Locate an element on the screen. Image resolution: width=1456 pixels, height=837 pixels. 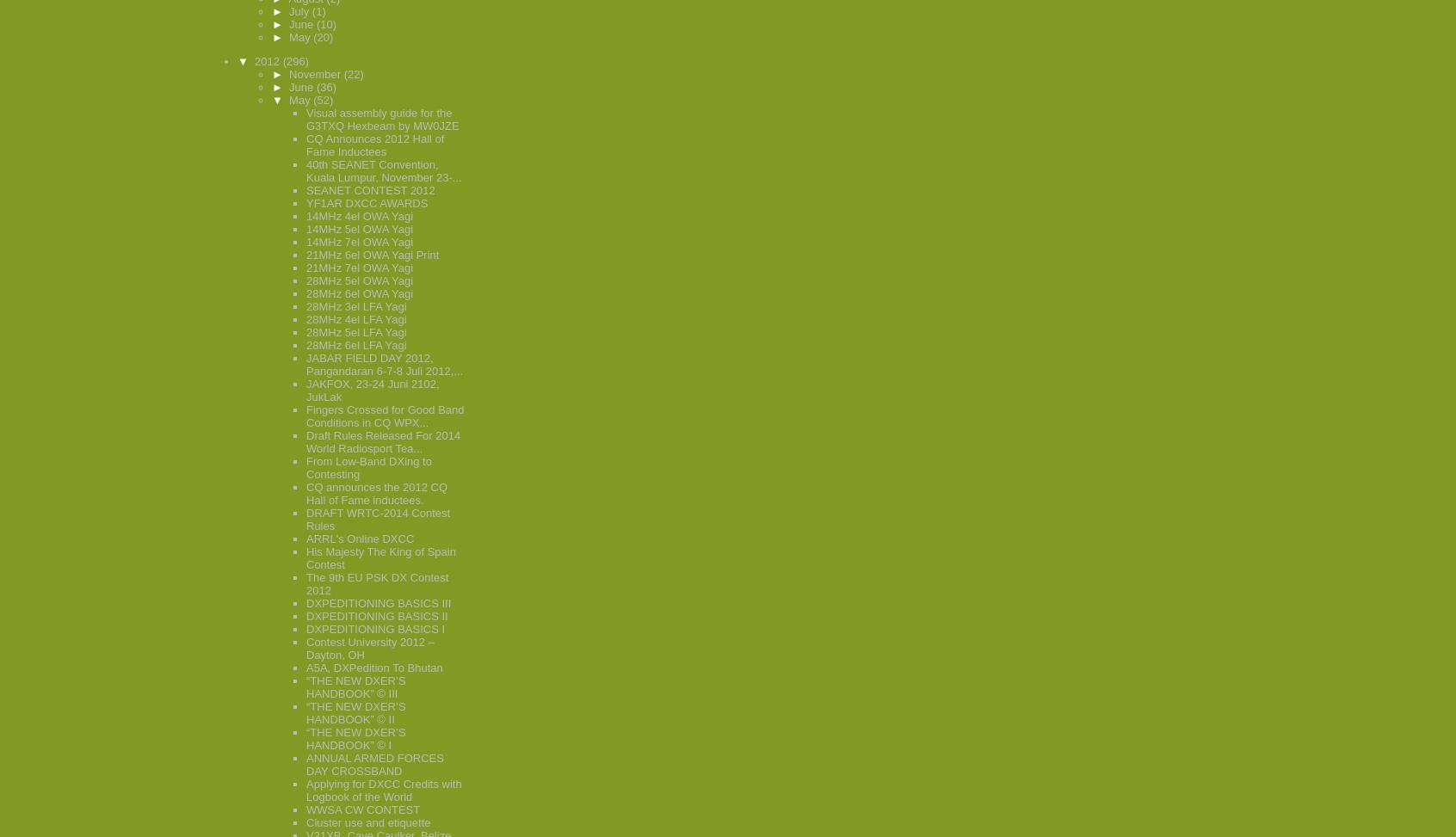
'Cluster use and etiquette' is located at coordinates (367, 822).